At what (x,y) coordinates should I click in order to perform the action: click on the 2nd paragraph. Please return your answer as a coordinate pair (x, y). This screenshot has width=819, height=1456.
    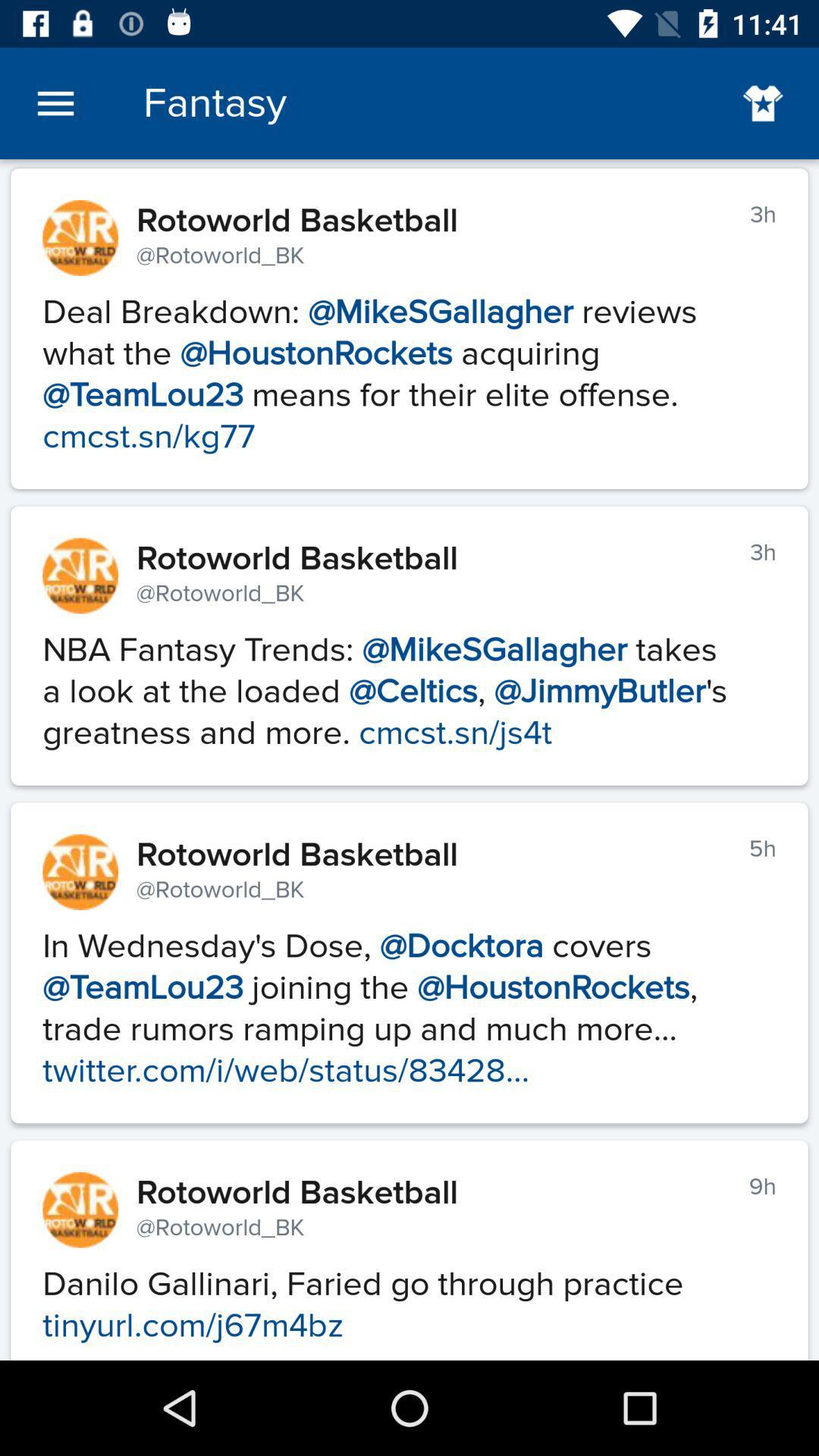
    Looking at the image, I should click on (409, 682).